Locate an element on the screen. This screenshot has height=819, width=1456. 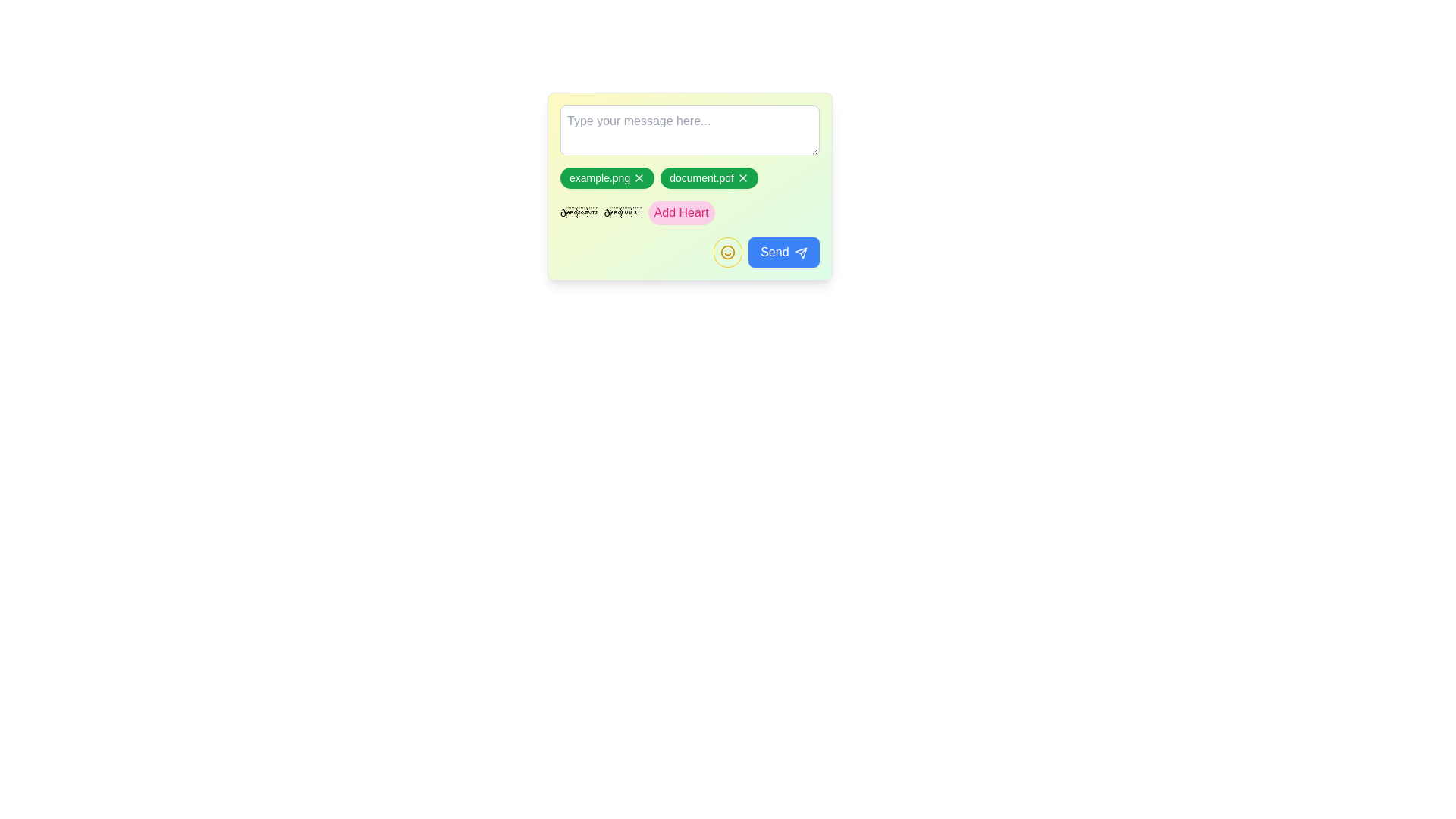
on the rectangular text input field with rounded corners and placeholder text 'Type your message here...' is located at coordinates (689, 130).